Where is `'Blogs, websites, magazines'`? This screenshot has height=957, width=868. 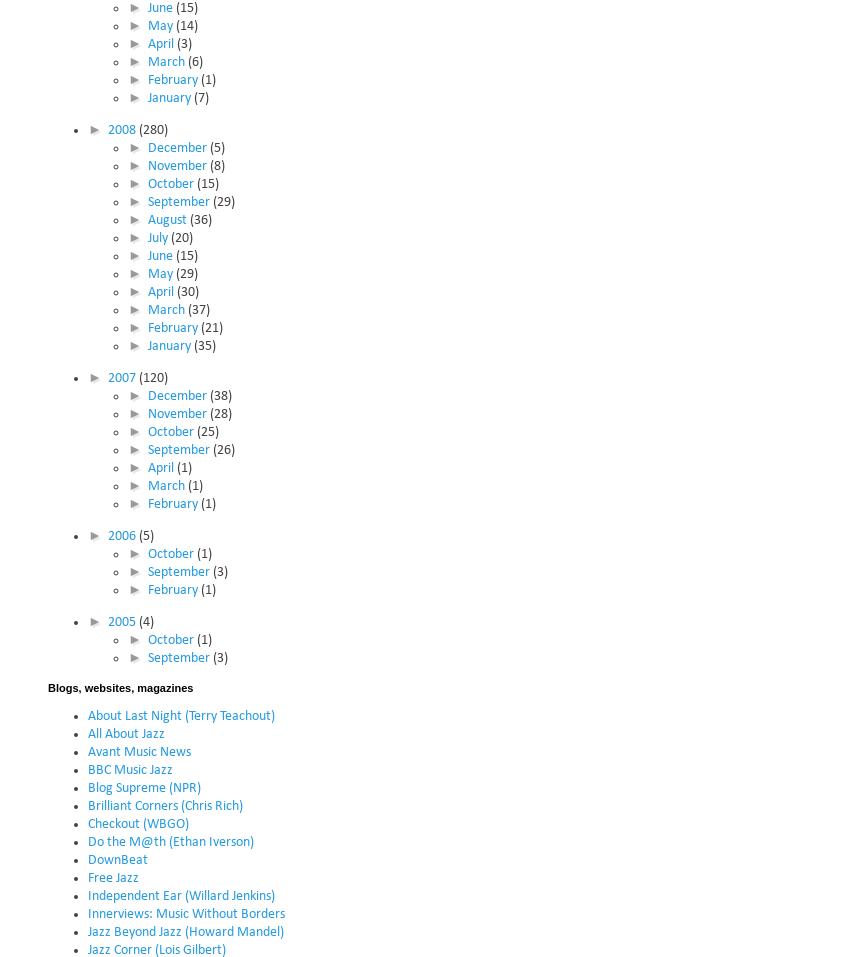
'Blogs, websites, magazines' is located at coordinates (120, 687).